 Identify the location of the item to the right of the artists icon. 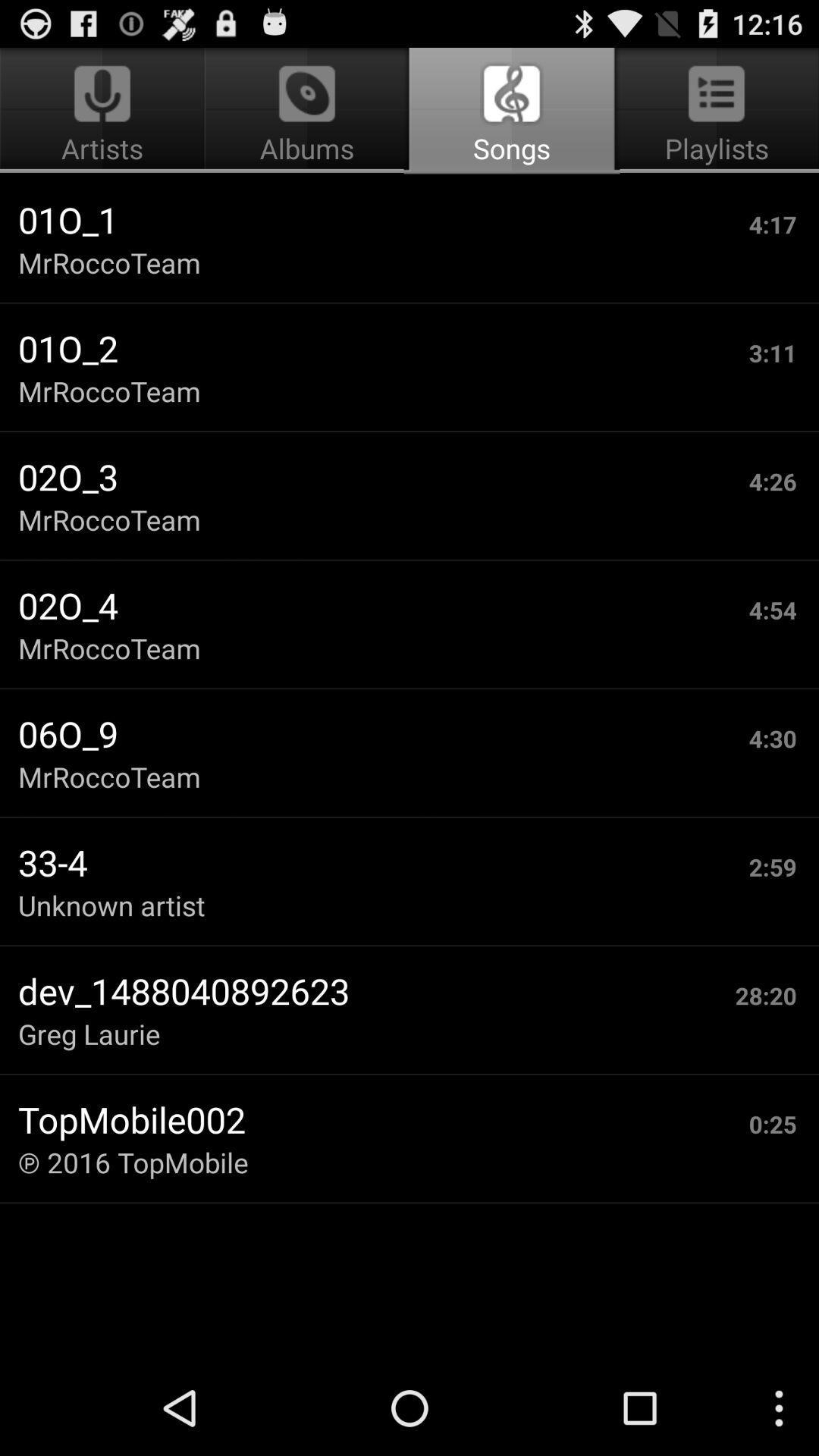
(512, 111).